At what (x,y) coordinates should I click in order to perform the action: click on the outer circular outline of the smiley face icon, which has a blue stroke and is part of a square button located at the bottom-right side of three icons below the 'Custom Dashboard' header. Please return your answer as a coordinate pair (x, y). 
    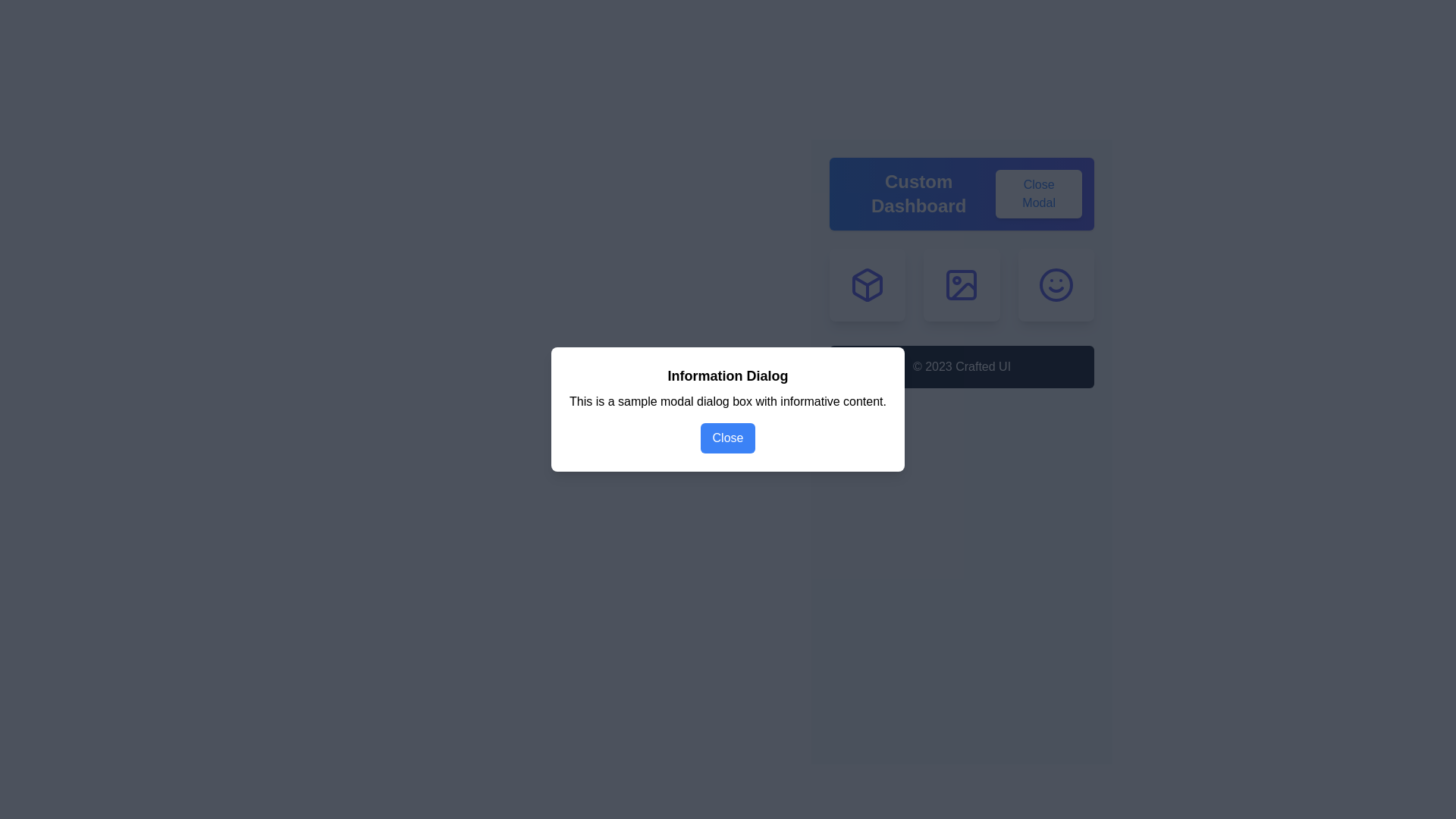
    Looking at the image, I should click on (1055, 284).